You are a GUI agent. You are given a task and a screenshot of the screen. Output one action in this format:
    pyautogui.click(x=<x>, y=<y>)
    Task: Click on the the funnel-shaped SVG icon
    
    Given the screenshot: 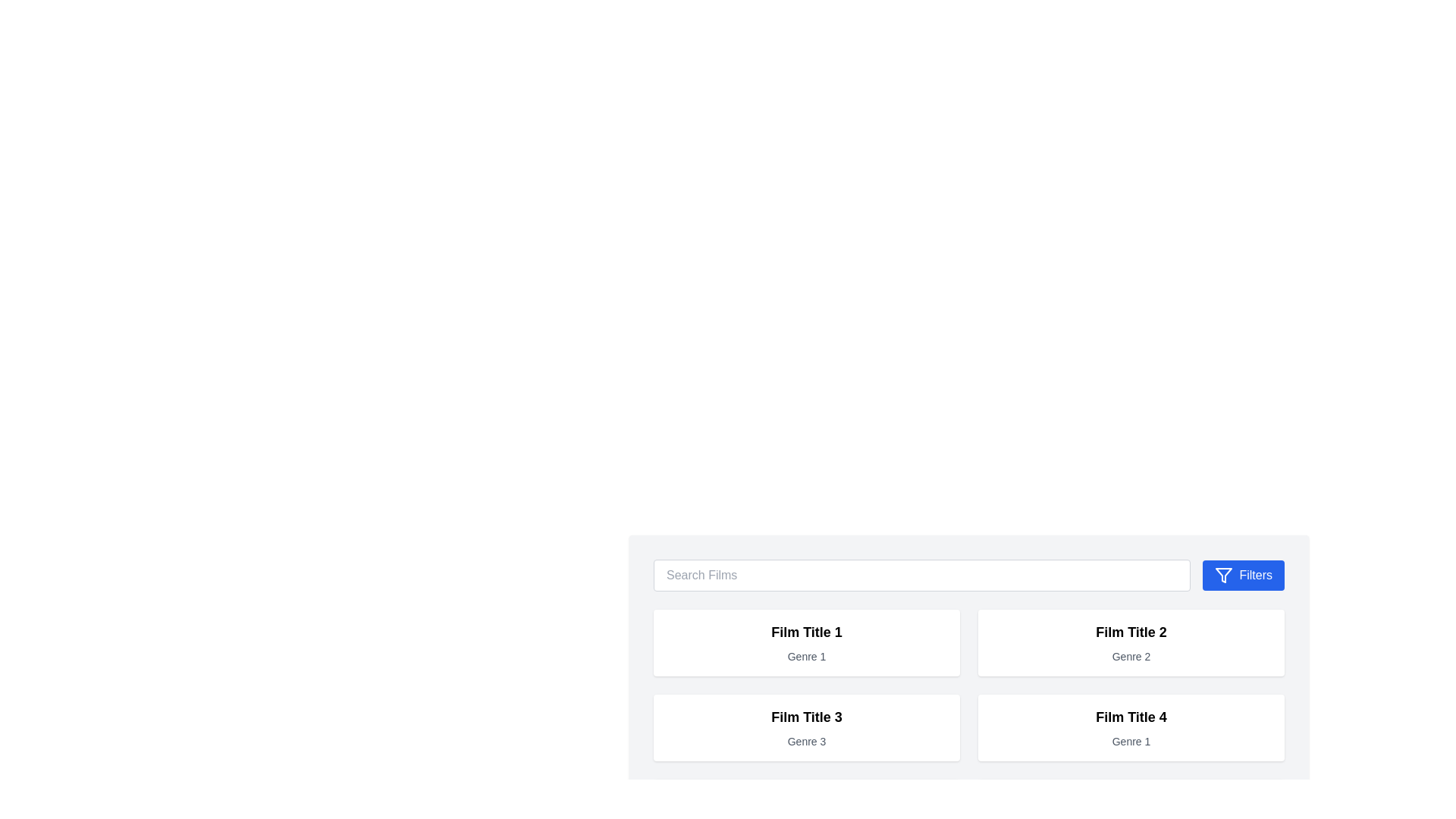 What is the action you would take?
    pyautogui.click(x=1224, y=576)
    